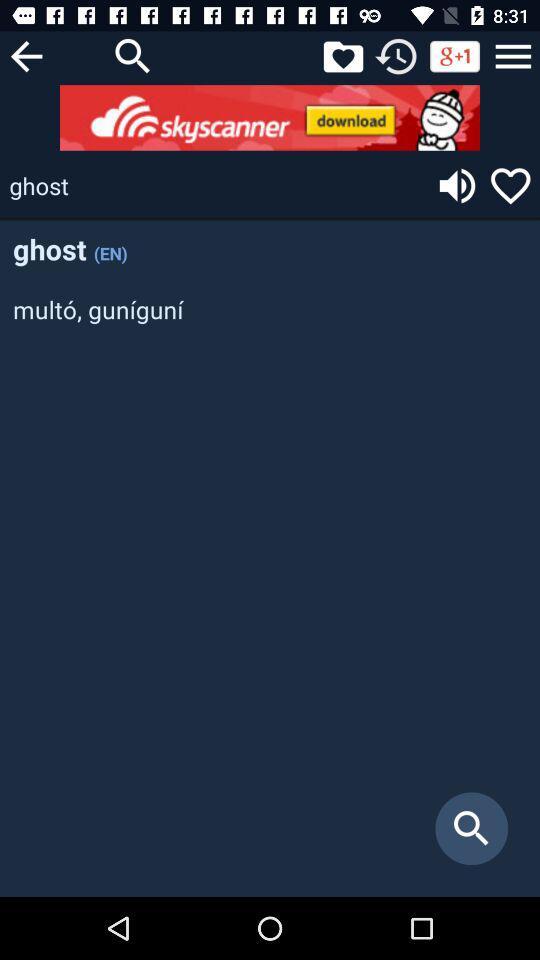 This screenshot has height=960, width=540. What do you see at coordinates (342, 55) in the screenshot?
I see `fevorited` at bounding box center [342, 55].